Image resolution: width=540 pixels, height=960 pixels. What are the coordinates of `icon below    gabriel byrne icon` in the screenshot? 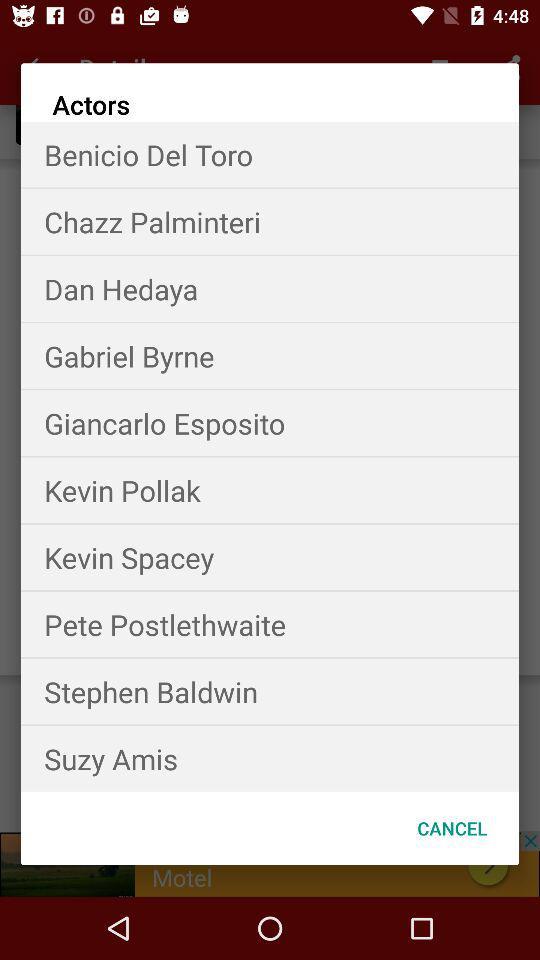 It's located at (270, 423).